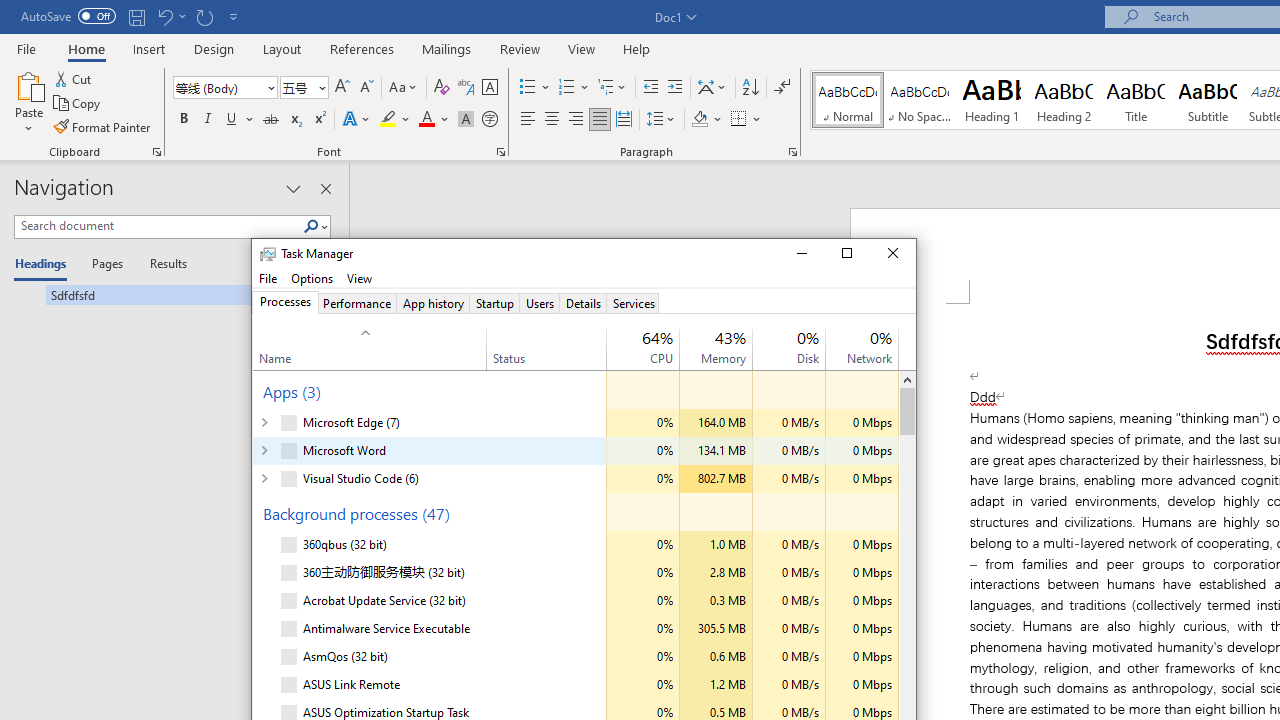  Describe the element at coordinates (267, 278) in the screenshot. I see `'File'` at that location.